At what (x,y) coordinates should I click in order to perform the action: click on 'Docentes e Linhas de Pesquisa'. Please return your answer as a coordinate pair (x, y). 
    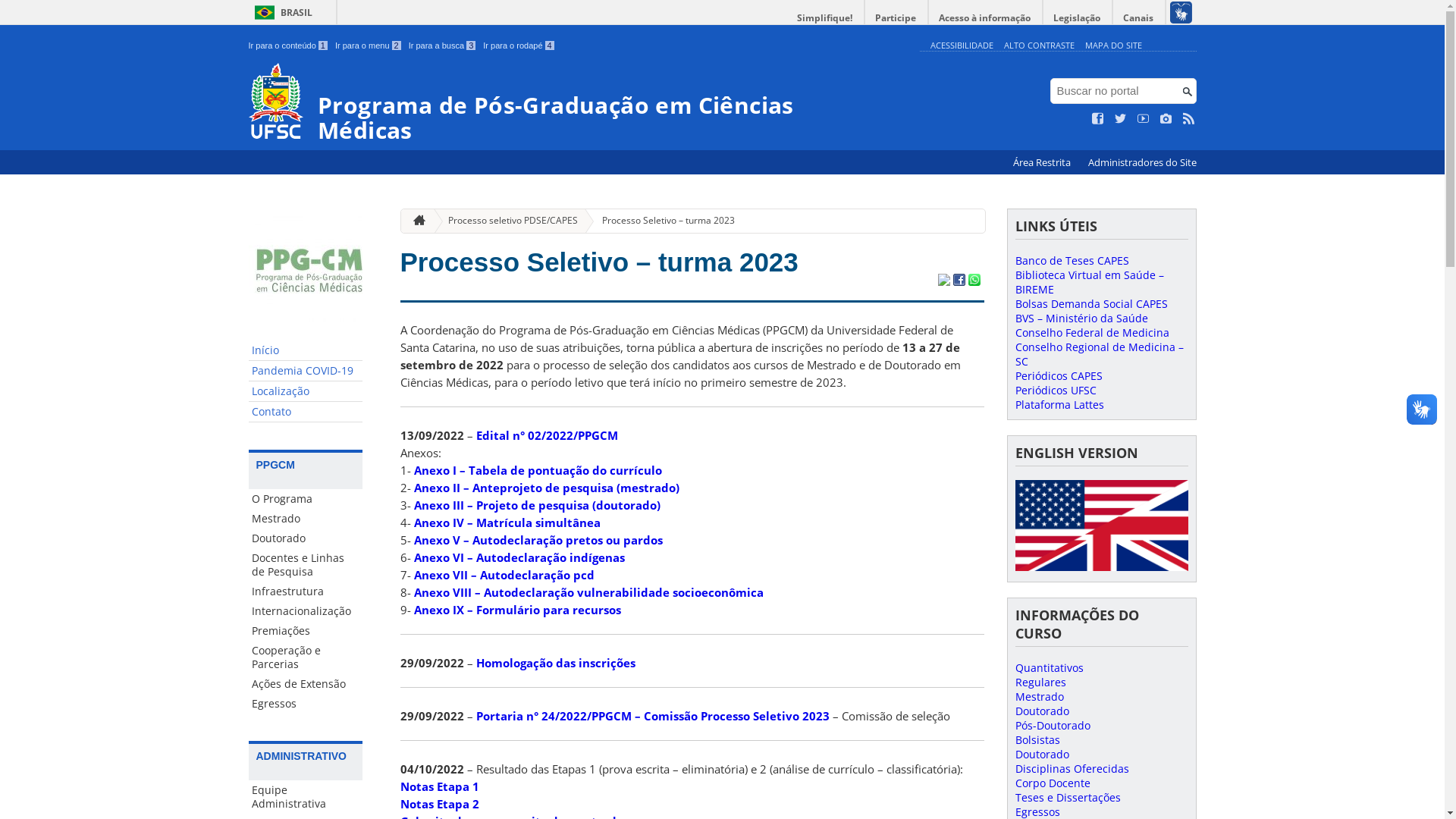
    Looking at the image, I should click on (248, 564).